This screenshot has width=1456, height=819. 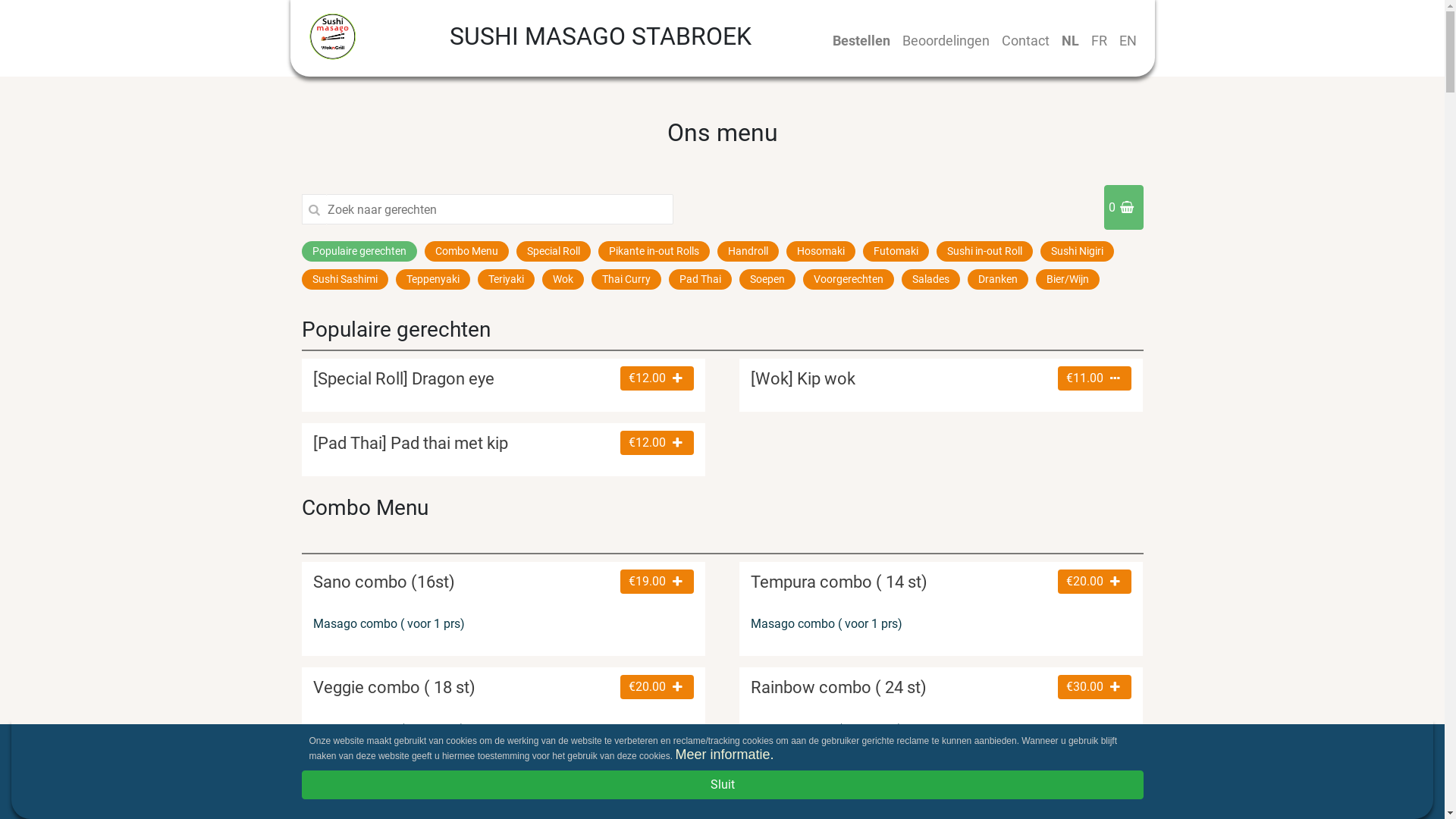 I want to click on 'Pad Thai', so click(x=668, y=279).